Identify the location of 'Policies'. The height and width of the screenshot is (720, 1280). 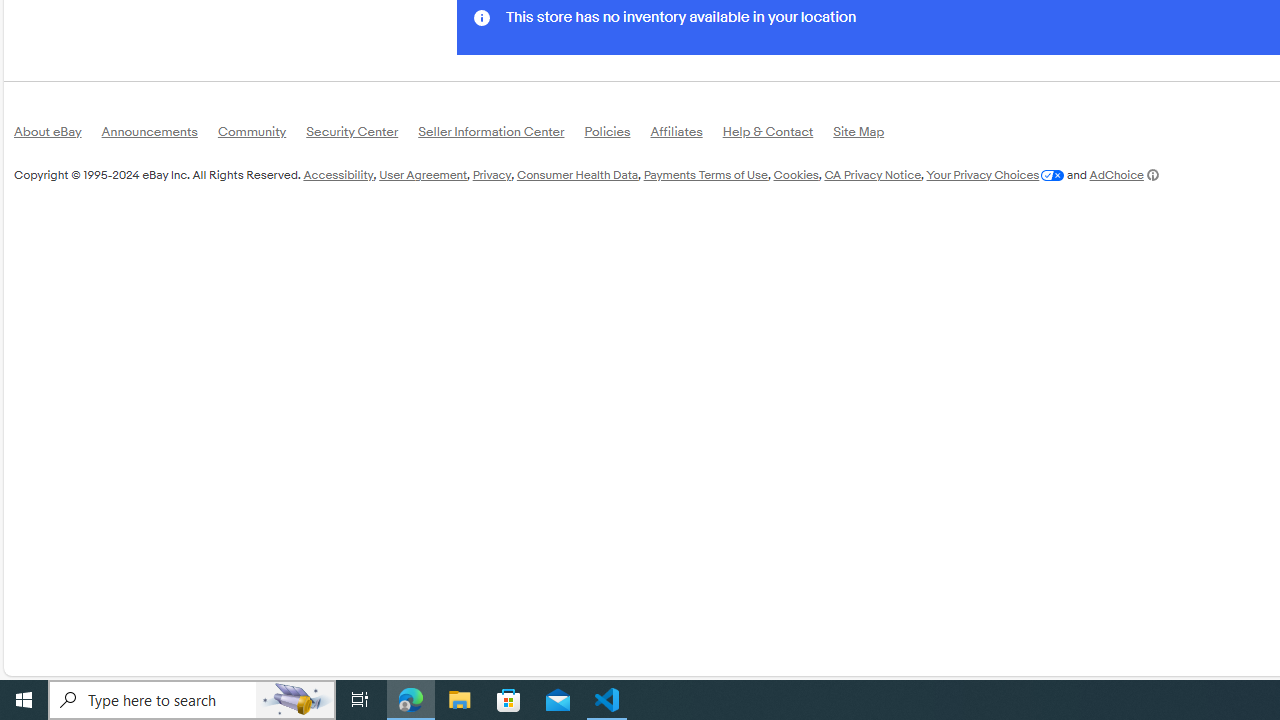
(616, 135).